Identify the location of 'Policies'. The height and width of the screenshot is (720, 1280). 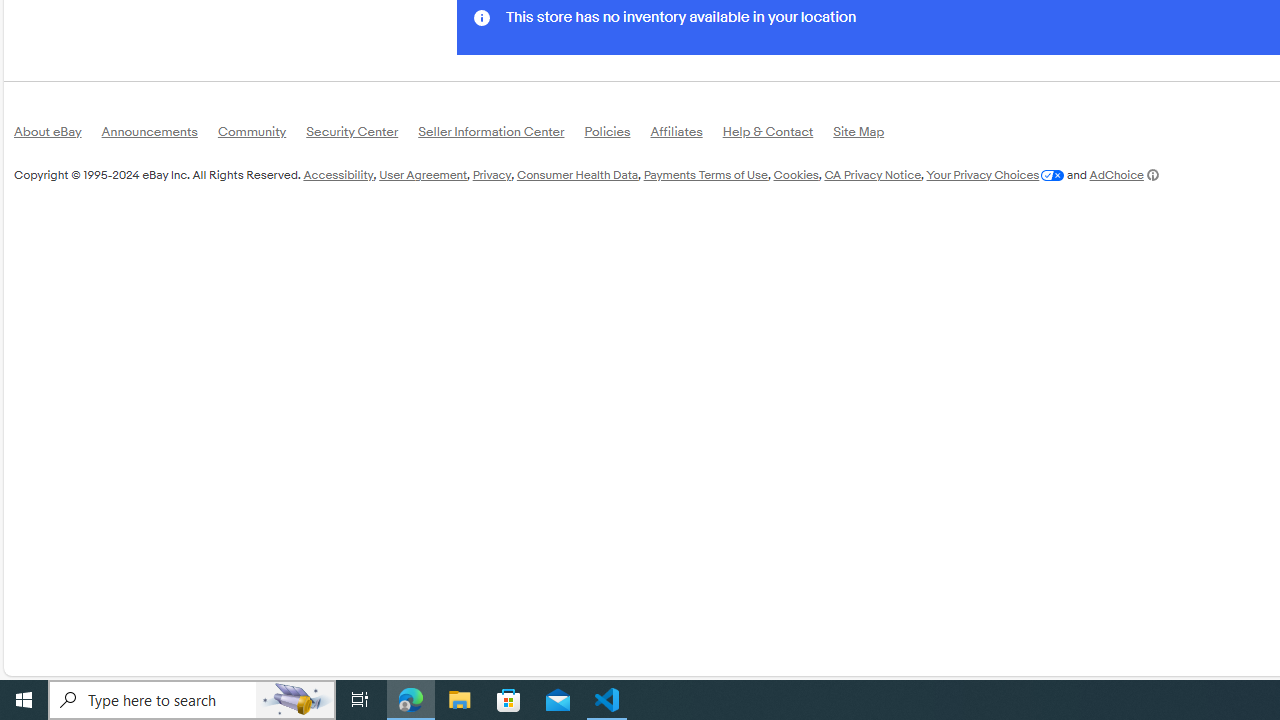
(616, 135).